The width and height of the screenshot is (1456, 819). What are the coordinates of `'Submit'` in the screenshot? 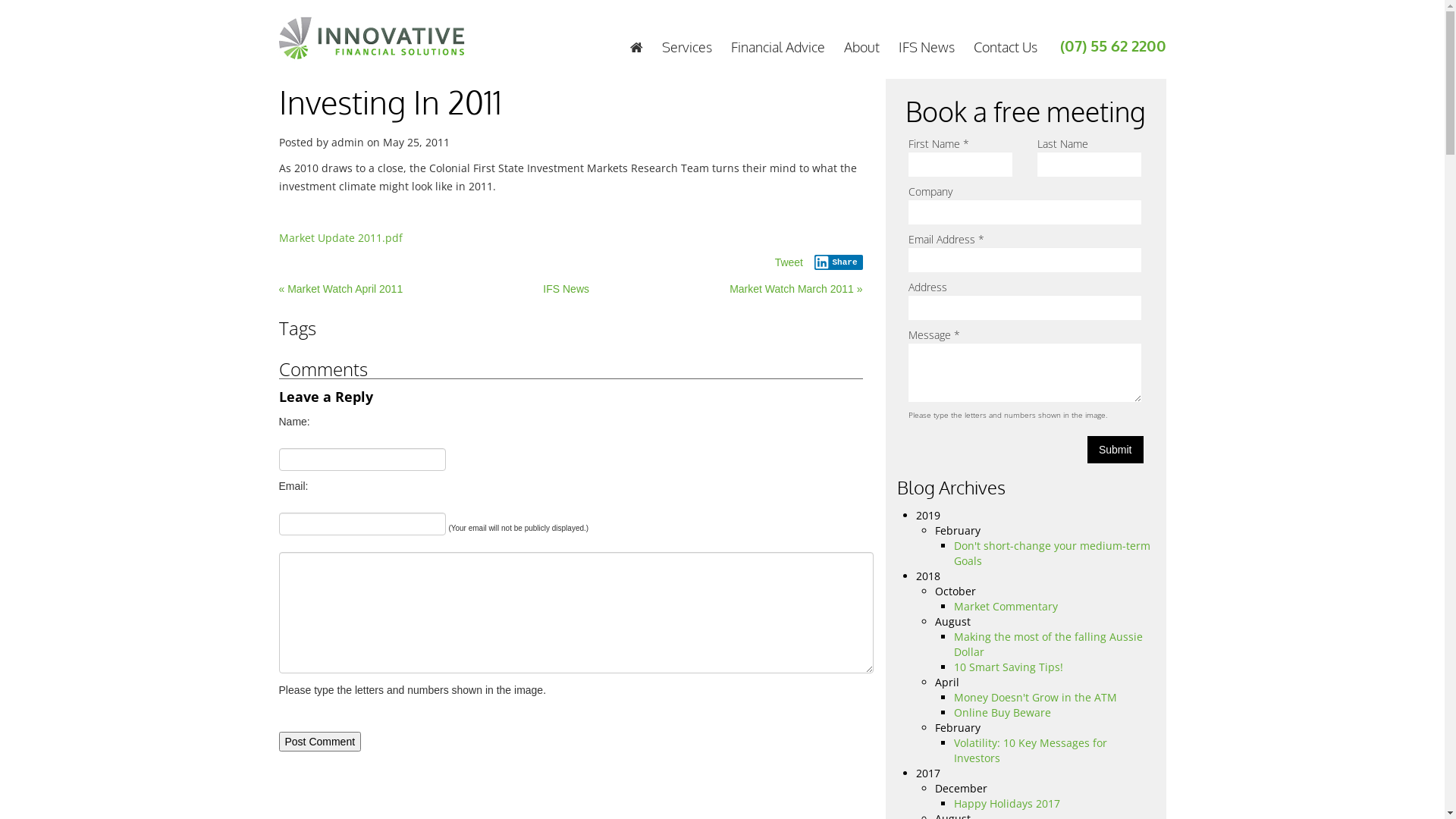 It's located at (1115, 449).